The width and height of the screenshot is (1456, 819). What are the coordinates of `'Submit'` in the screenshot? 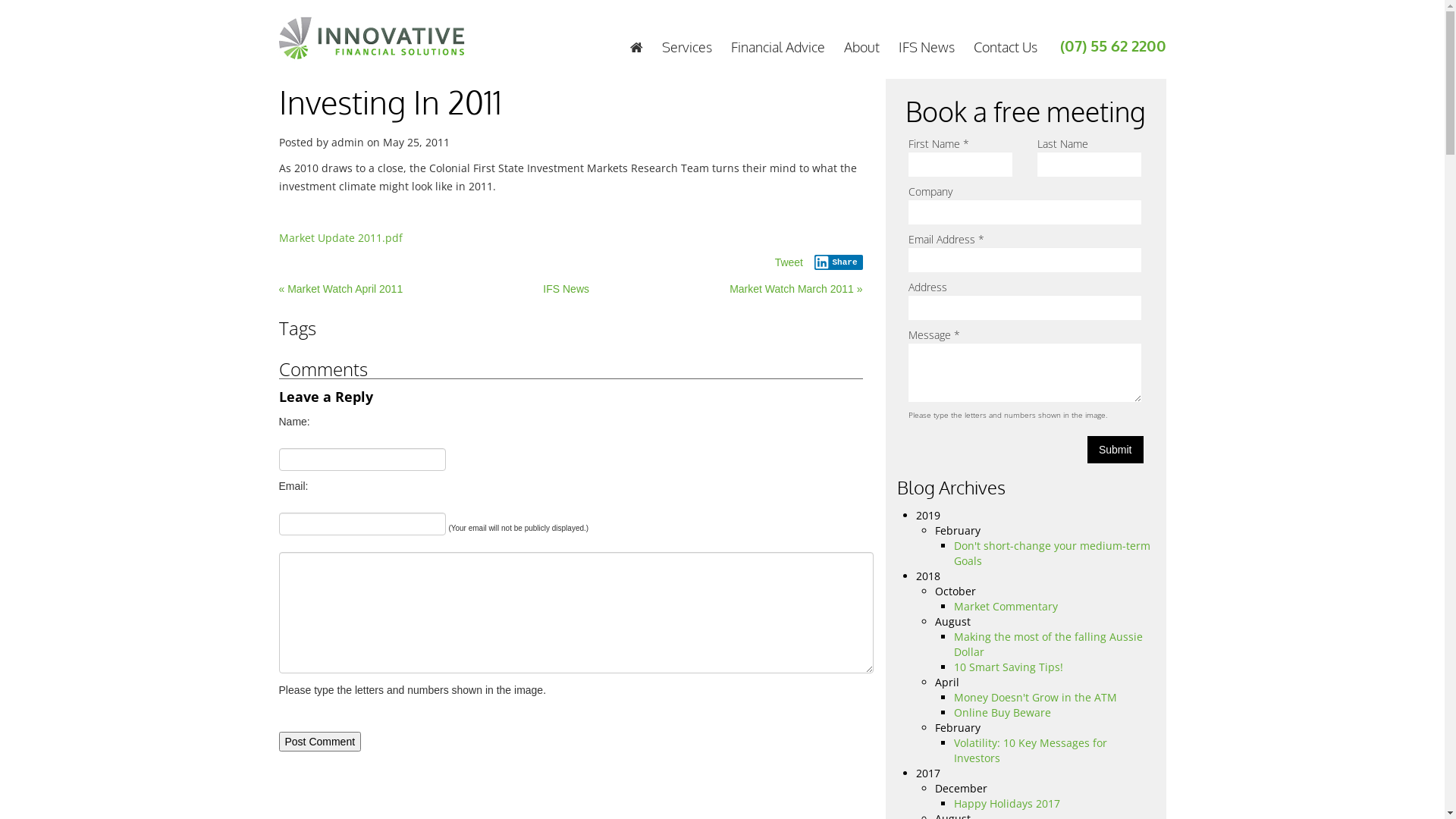 It's located at (1115, 449).